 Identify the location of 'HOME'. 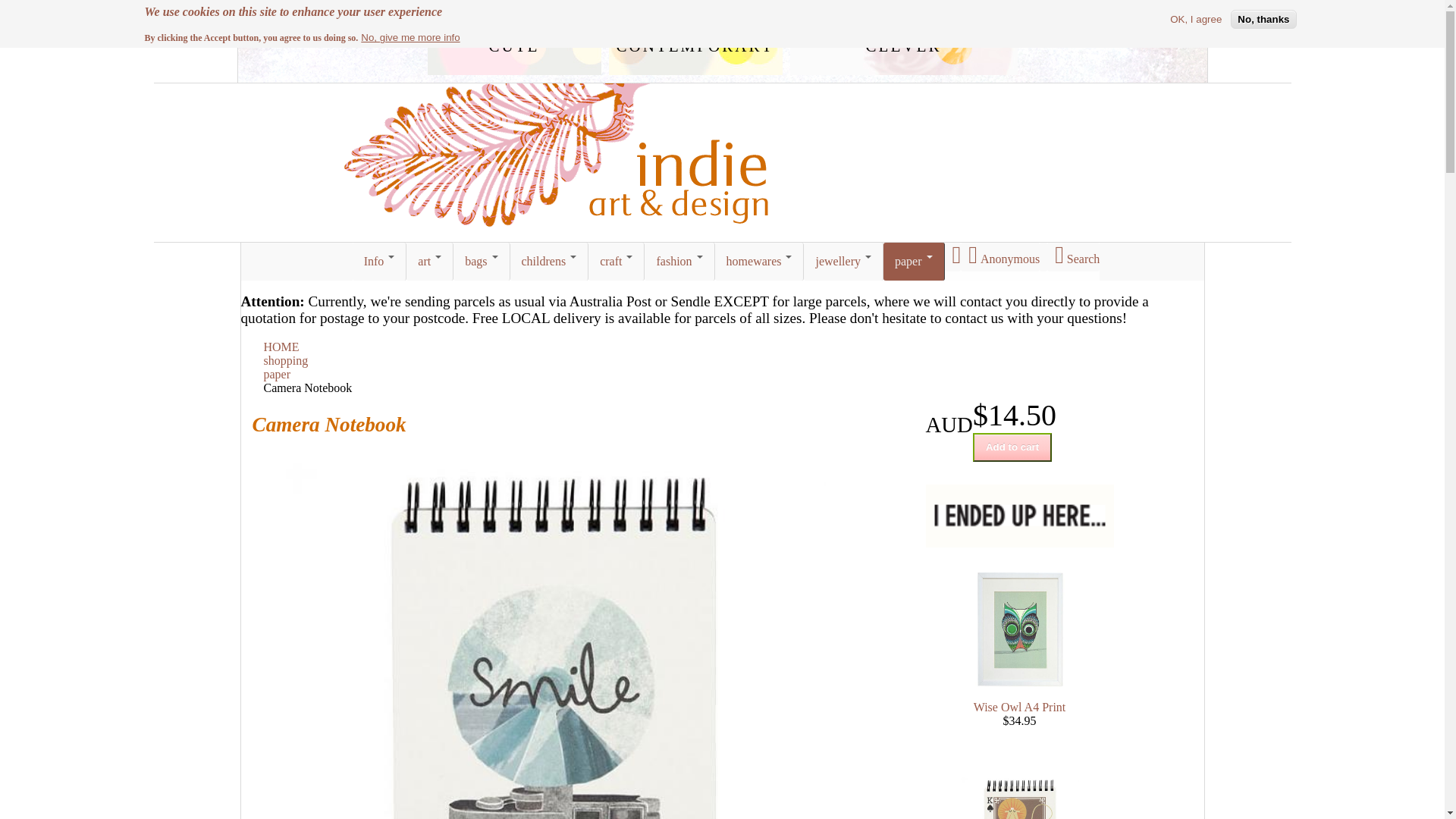
(263, 347).